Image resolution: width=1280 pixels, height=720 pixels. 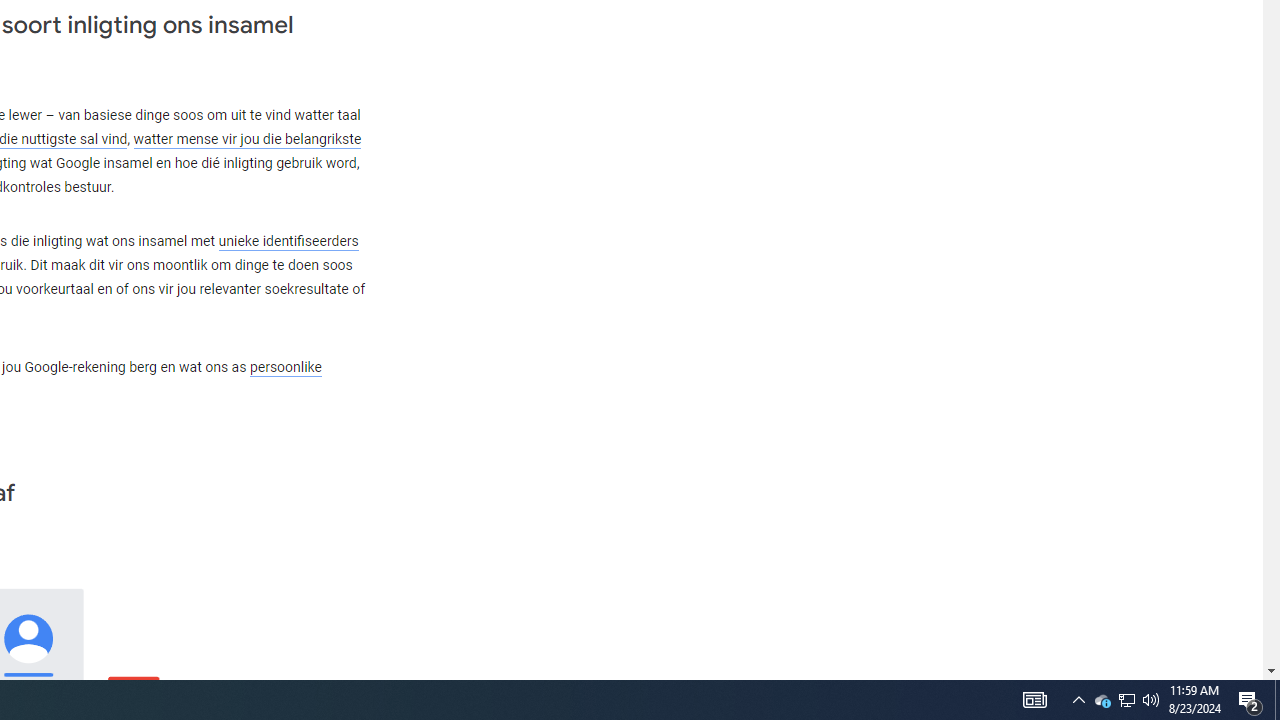 What do you see at coordinates (287, 240) in the screenshot?
I see `'unieke identifiseerders'` at bounding box center [287, 240].